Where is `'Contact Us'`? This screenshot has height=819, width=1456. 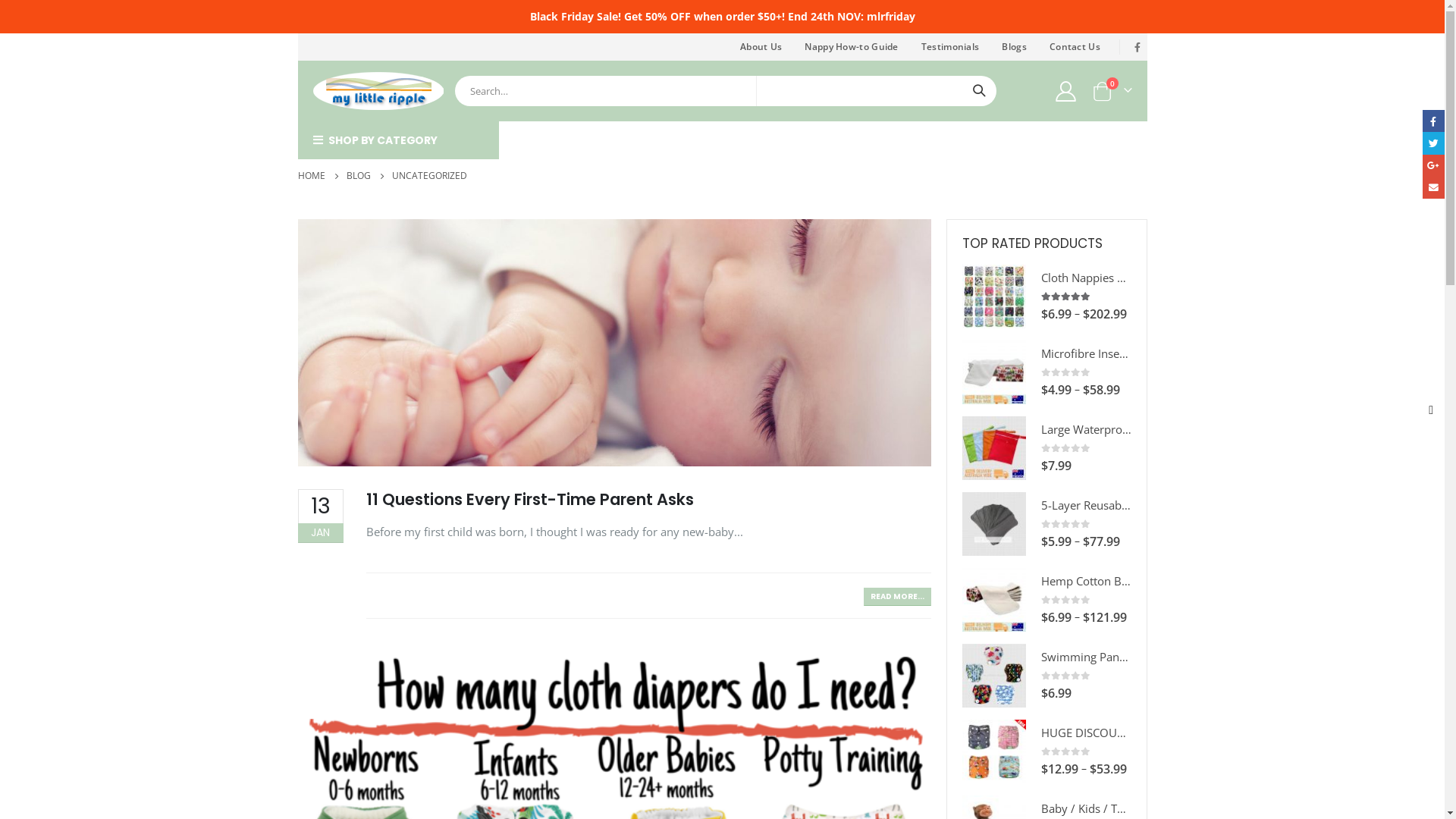 'Contact Us' is located at coordinates (1074, 45).